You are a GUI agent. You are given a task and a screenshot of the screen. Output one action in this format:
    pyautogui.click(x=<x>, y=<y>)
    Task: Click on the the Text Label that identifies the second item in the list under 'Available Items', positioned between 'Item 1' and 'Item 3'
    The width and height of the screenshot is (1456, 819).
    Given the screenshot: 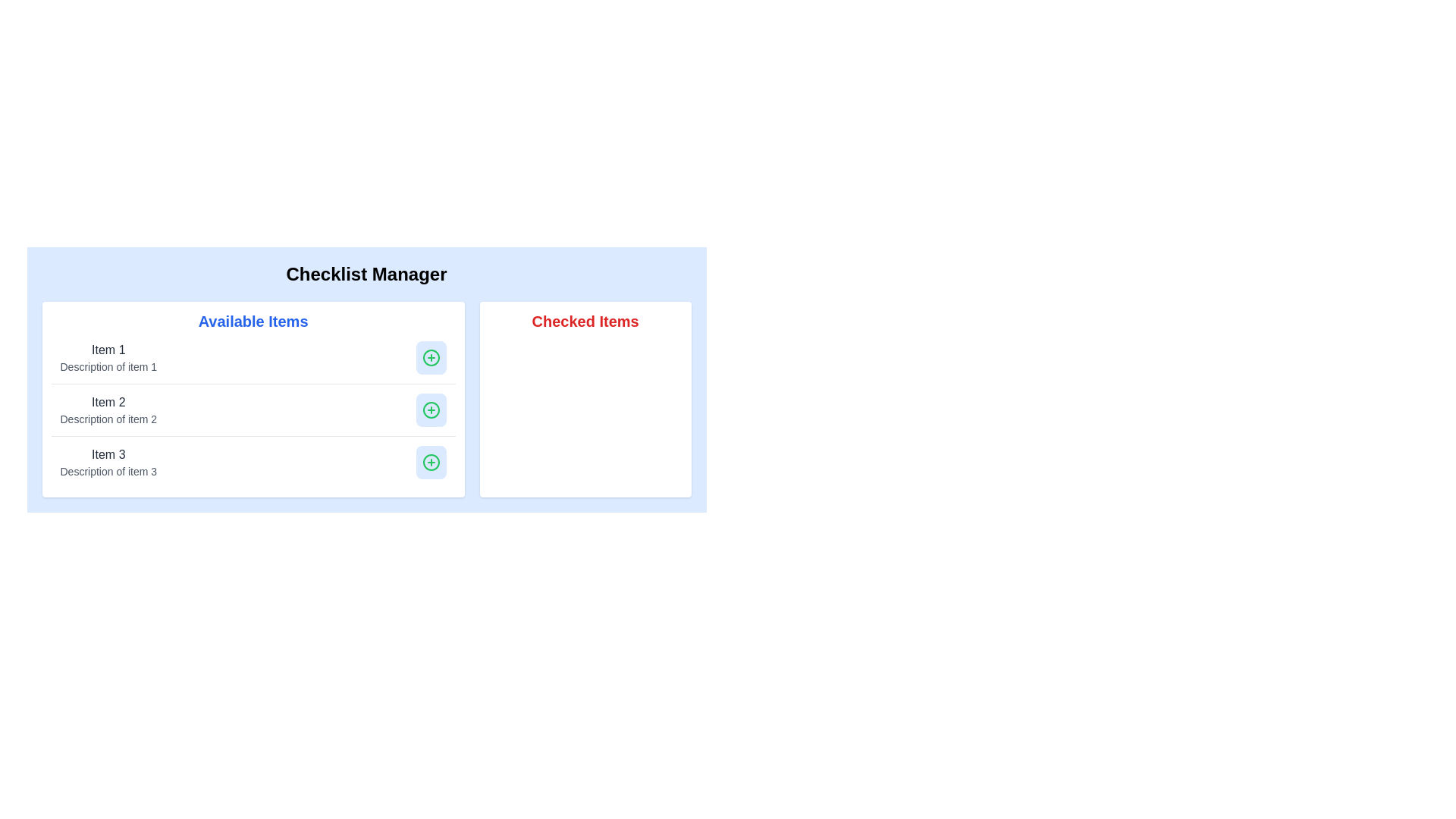 What is the action you would take?
    pyautogui.click(x=108, y=402)
    